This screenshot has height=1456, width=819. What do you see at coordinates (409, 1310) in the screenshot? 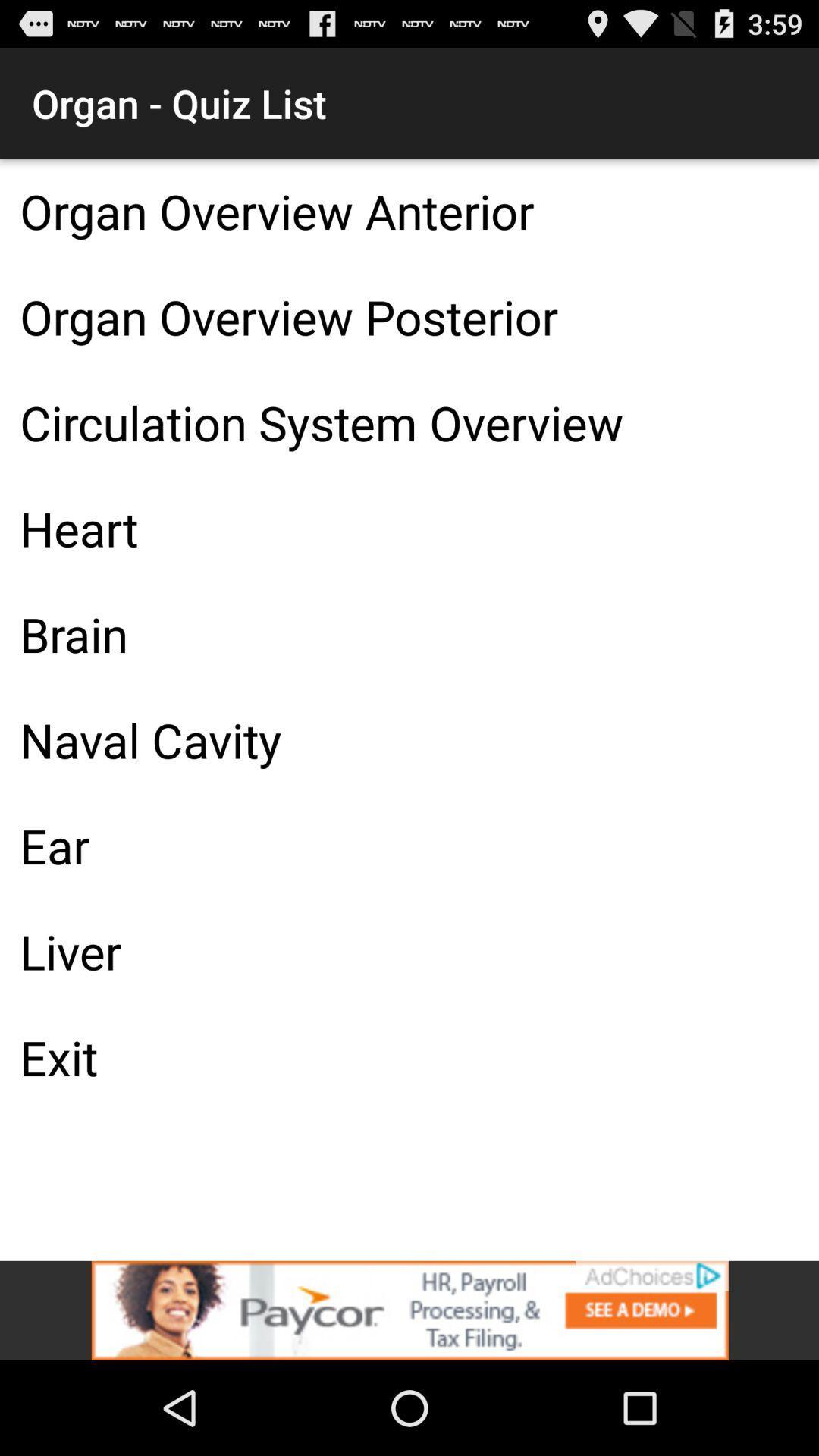
I see `to go speakev` at bounding box center [409, 1310].